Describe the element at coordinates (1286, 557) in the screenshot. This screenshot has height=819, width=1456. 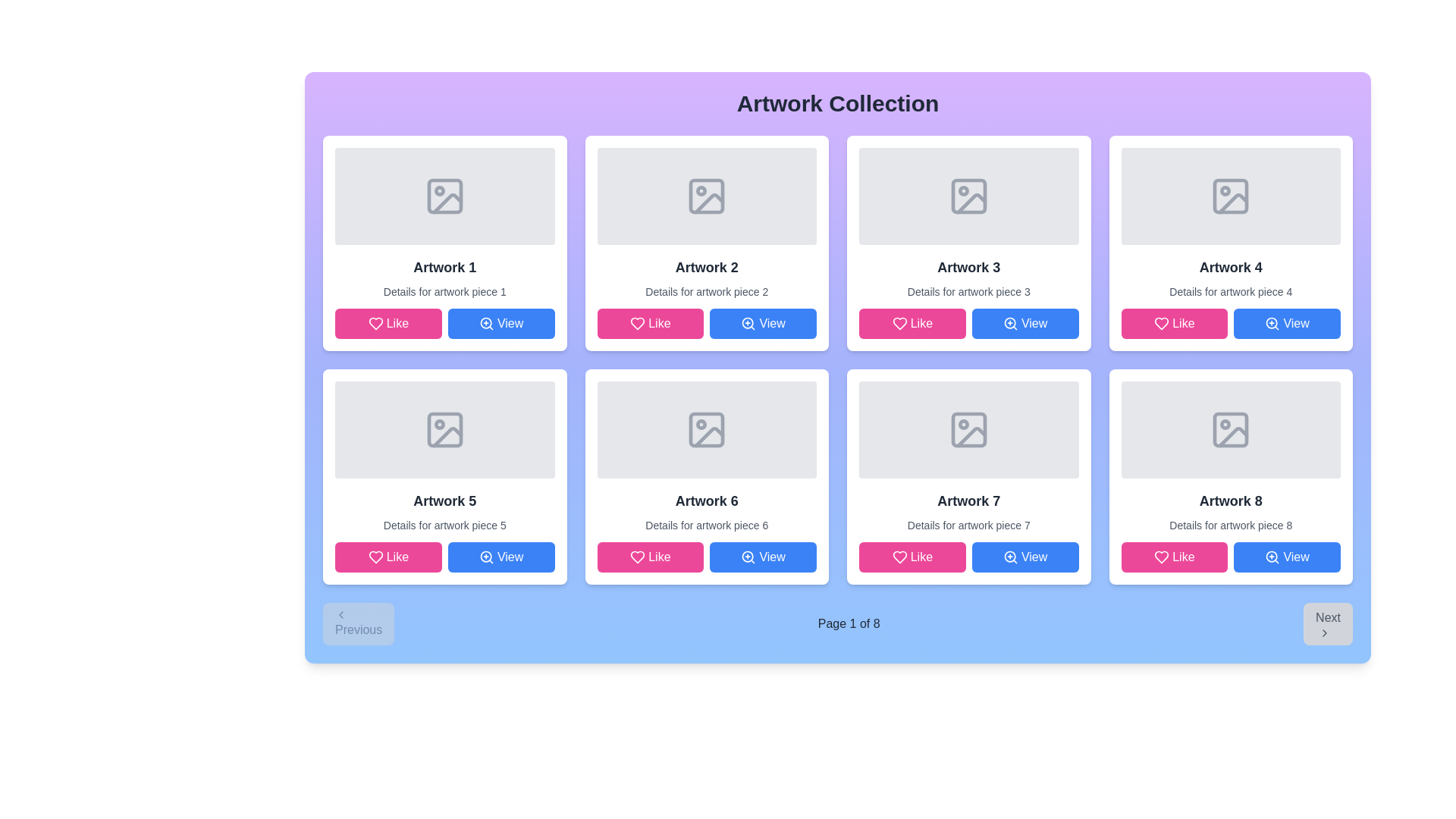
I see `the 'View' button, which is rectangular with white text on a blue background, located at the bottom-right of the interface beneath the 'Artwork 8' section` at that location.